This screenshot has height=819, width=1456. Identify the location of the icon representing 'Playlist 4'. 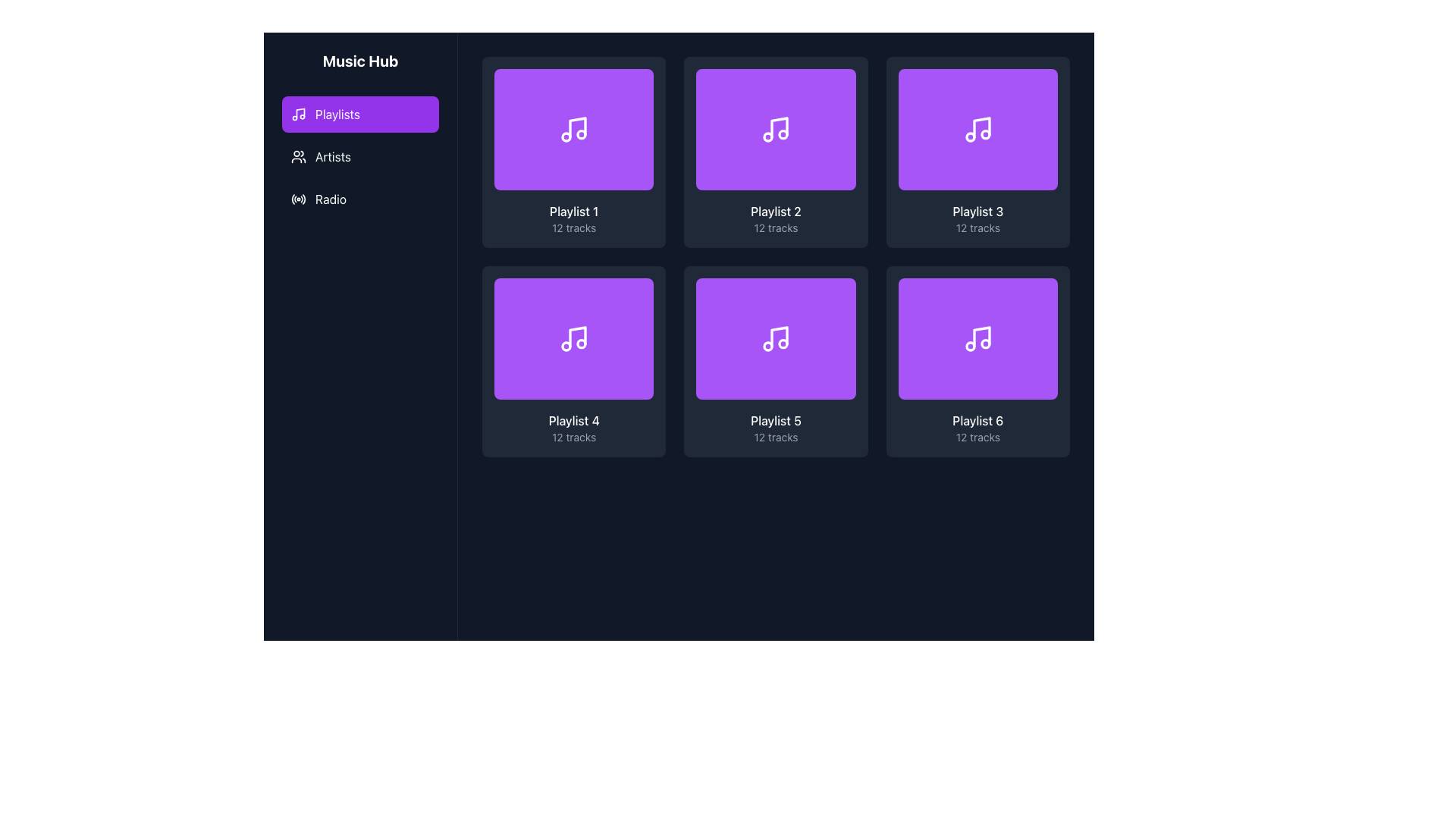
(573, 338).